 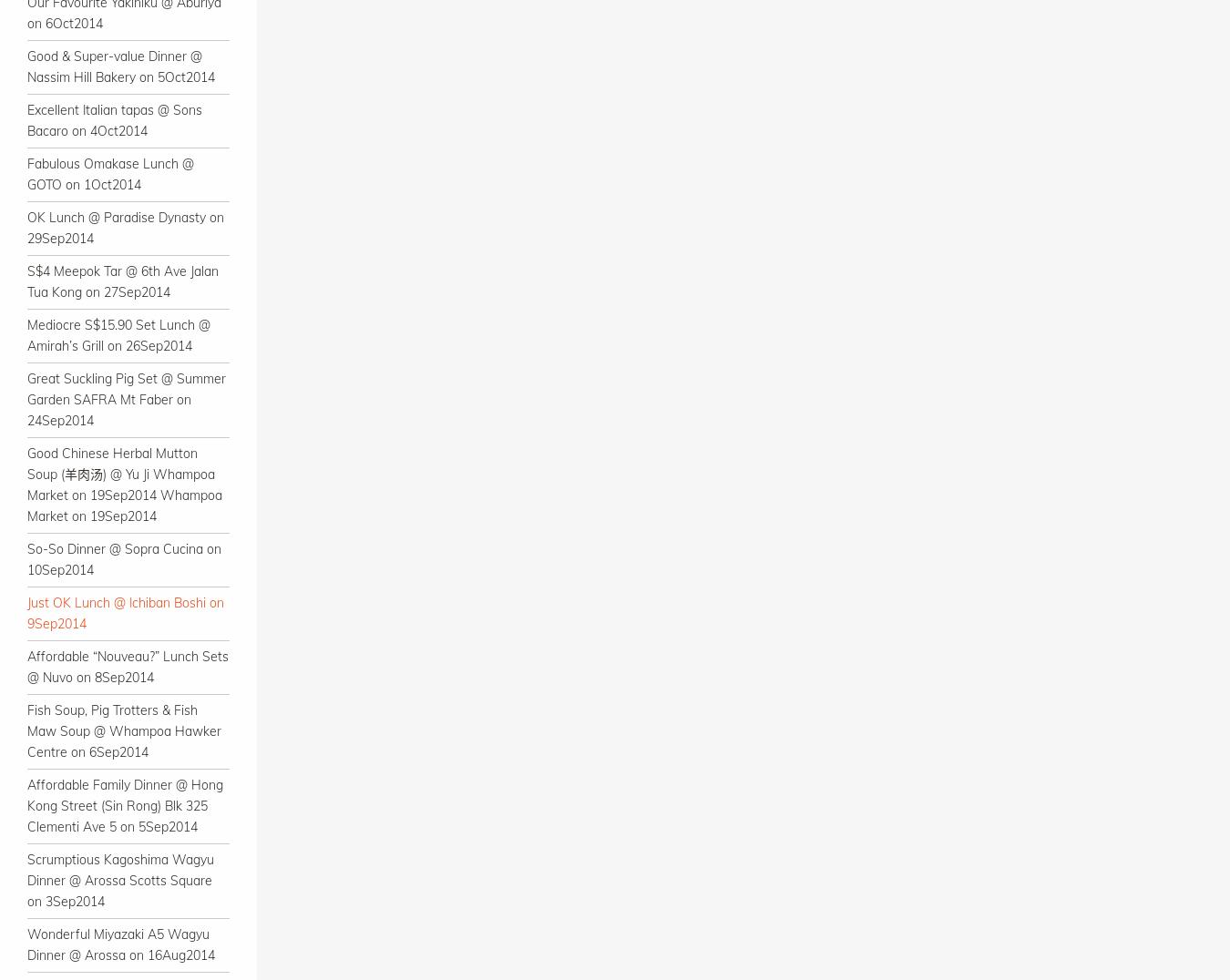 I want to click on 'Good & Super-value Dinner @ Nassim Hill Bakery on 5Oct2014', so click(x=120, y=66).